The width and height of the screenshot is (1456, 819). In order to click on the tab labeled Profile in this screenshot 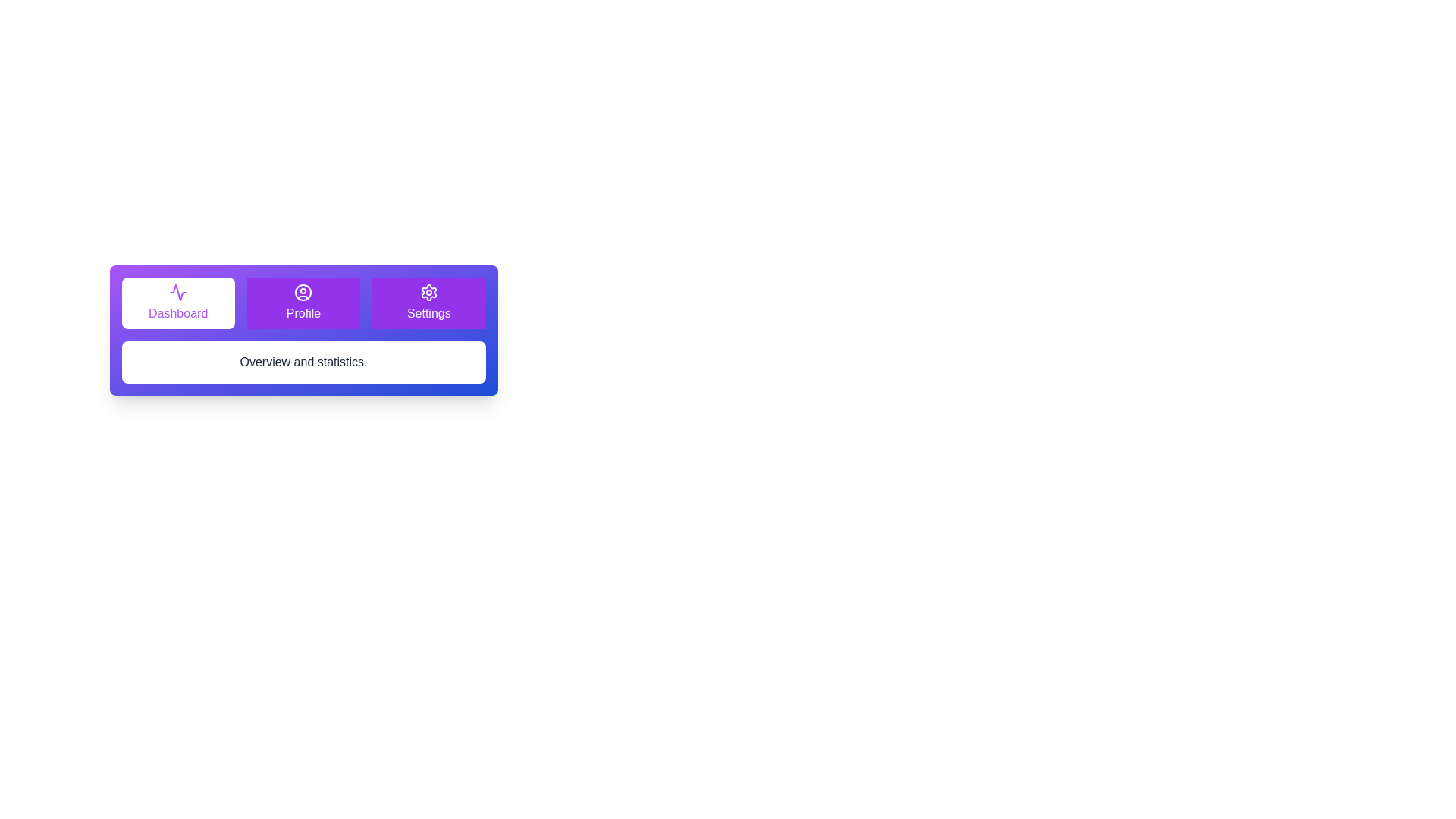, I will do `click(303, 303)`.